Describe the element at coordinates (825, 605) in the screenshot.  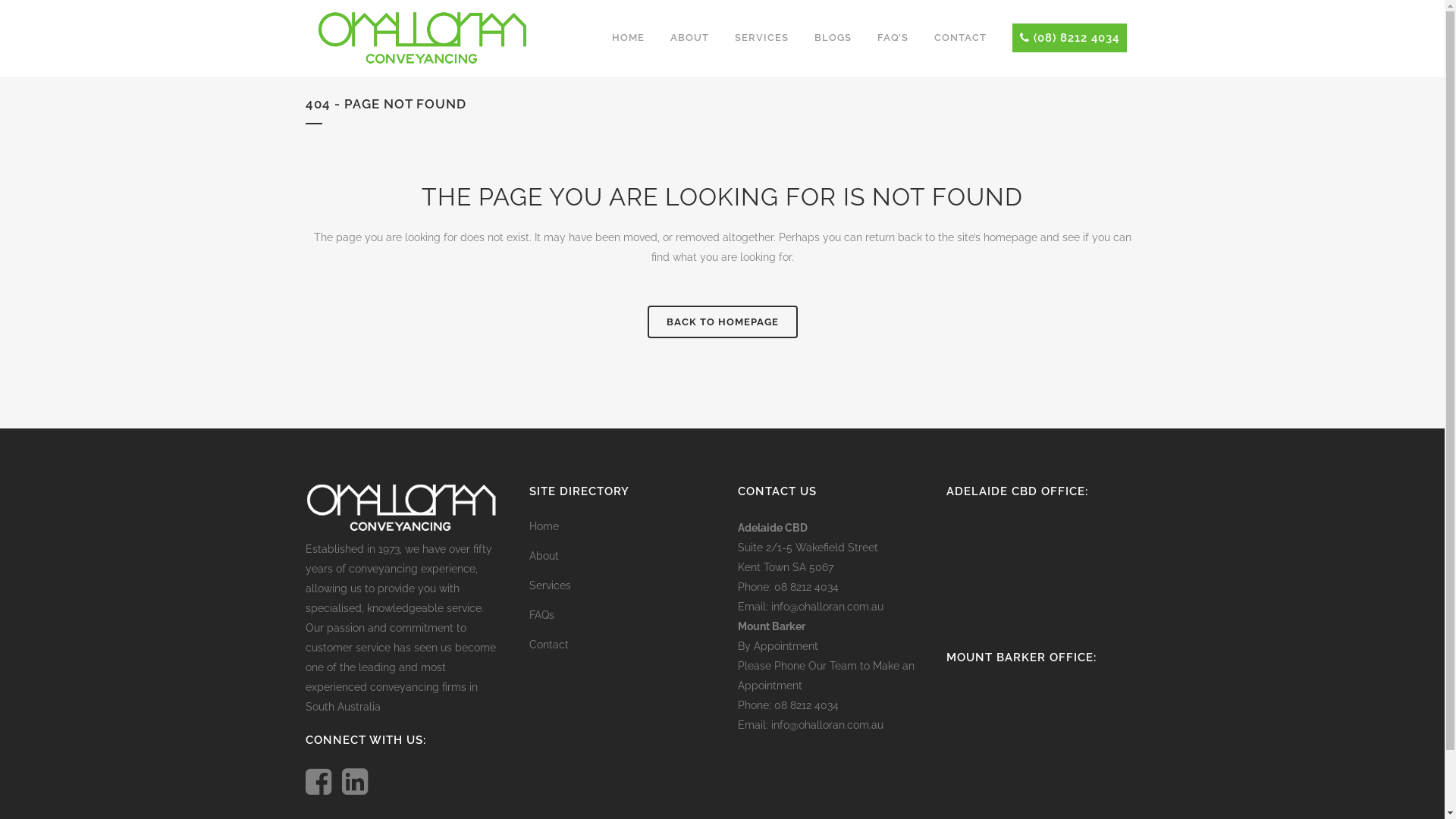
I see `'info@ohalloran.com.au'` at that location.